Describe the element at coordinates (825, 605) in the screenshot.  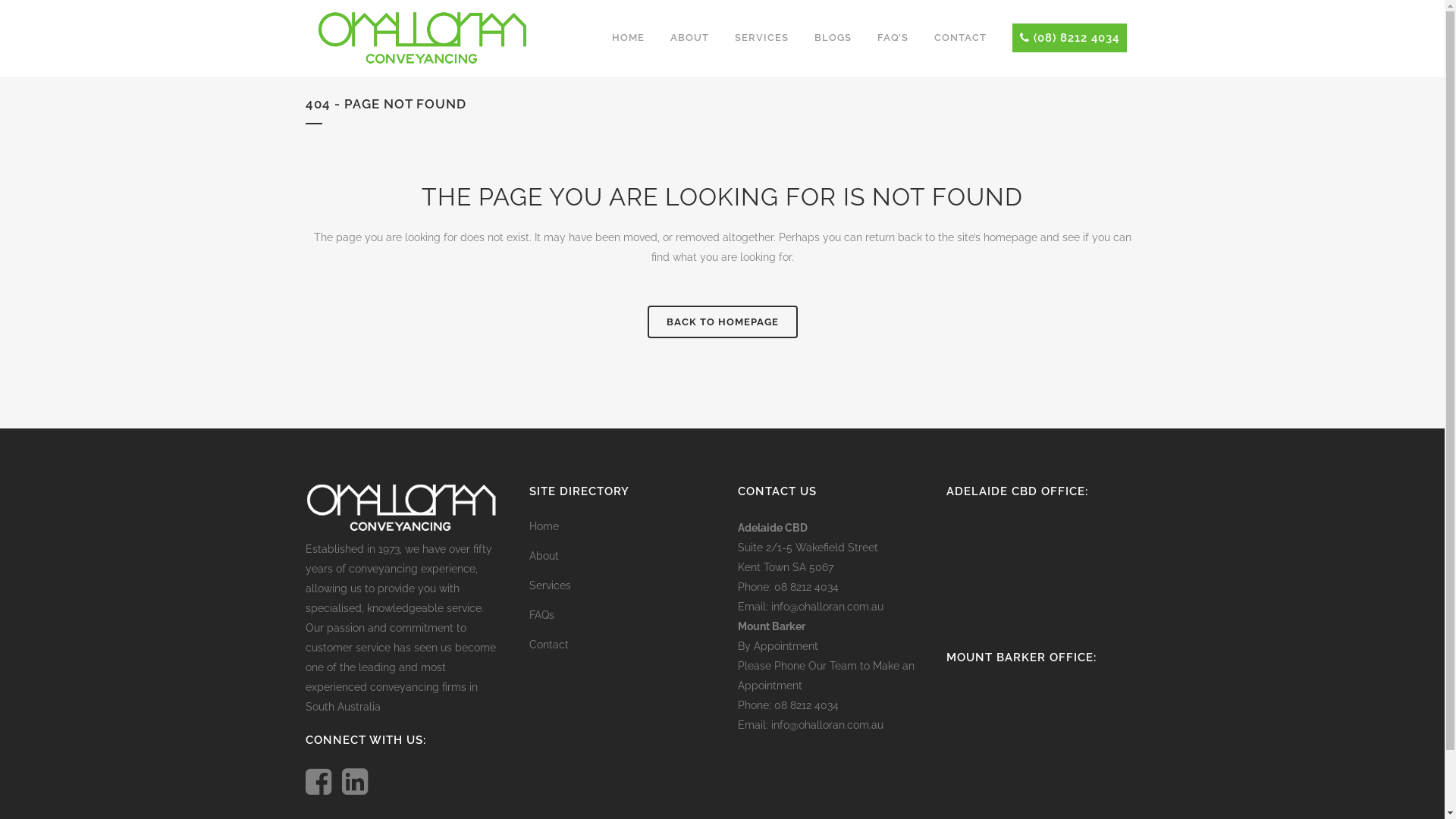
I see `'info@ohalloran.com.au'` at that location.